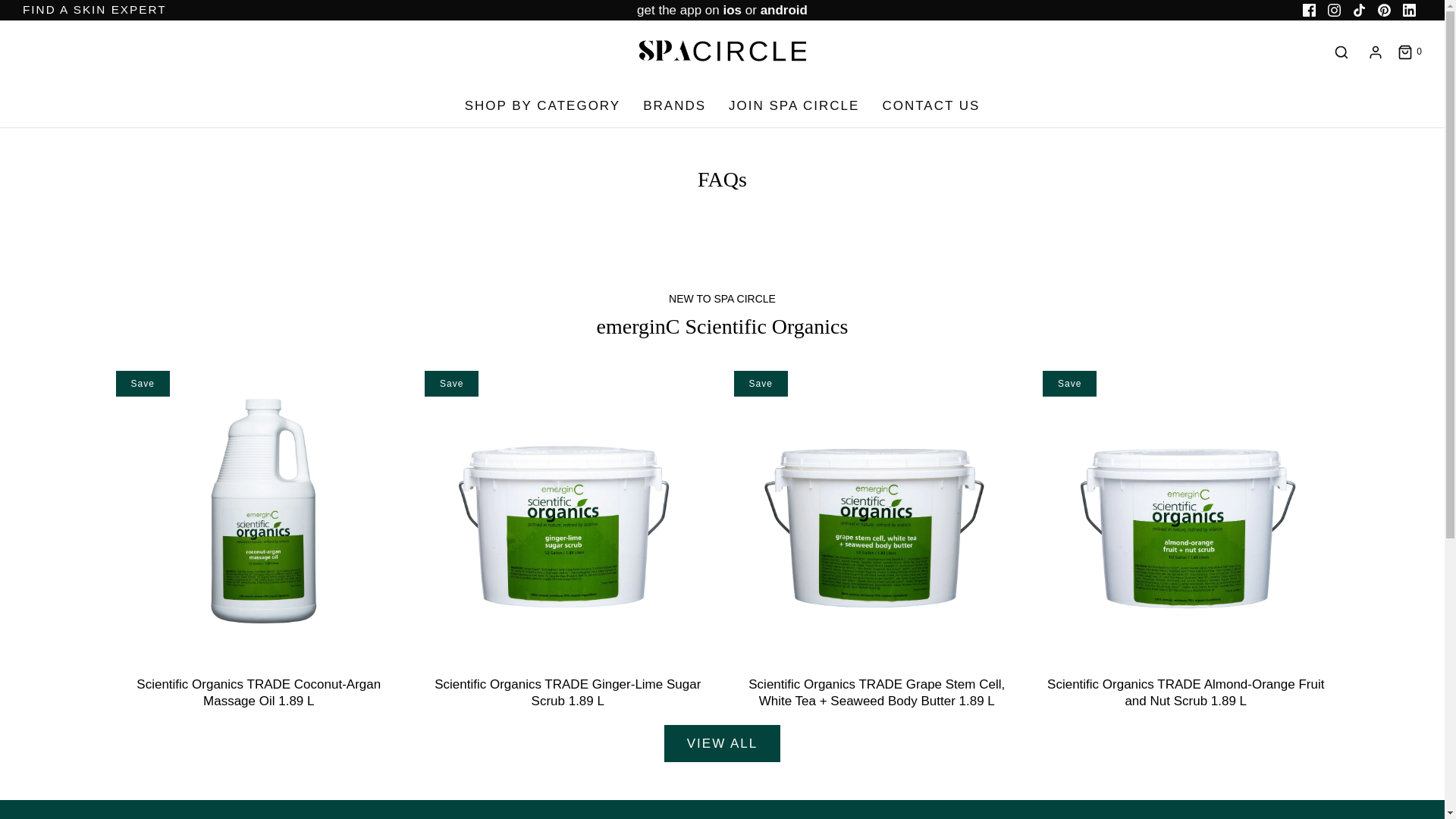 This screenshot has width=1456, height=819. I want to click on 'ios', so click(732, 10).